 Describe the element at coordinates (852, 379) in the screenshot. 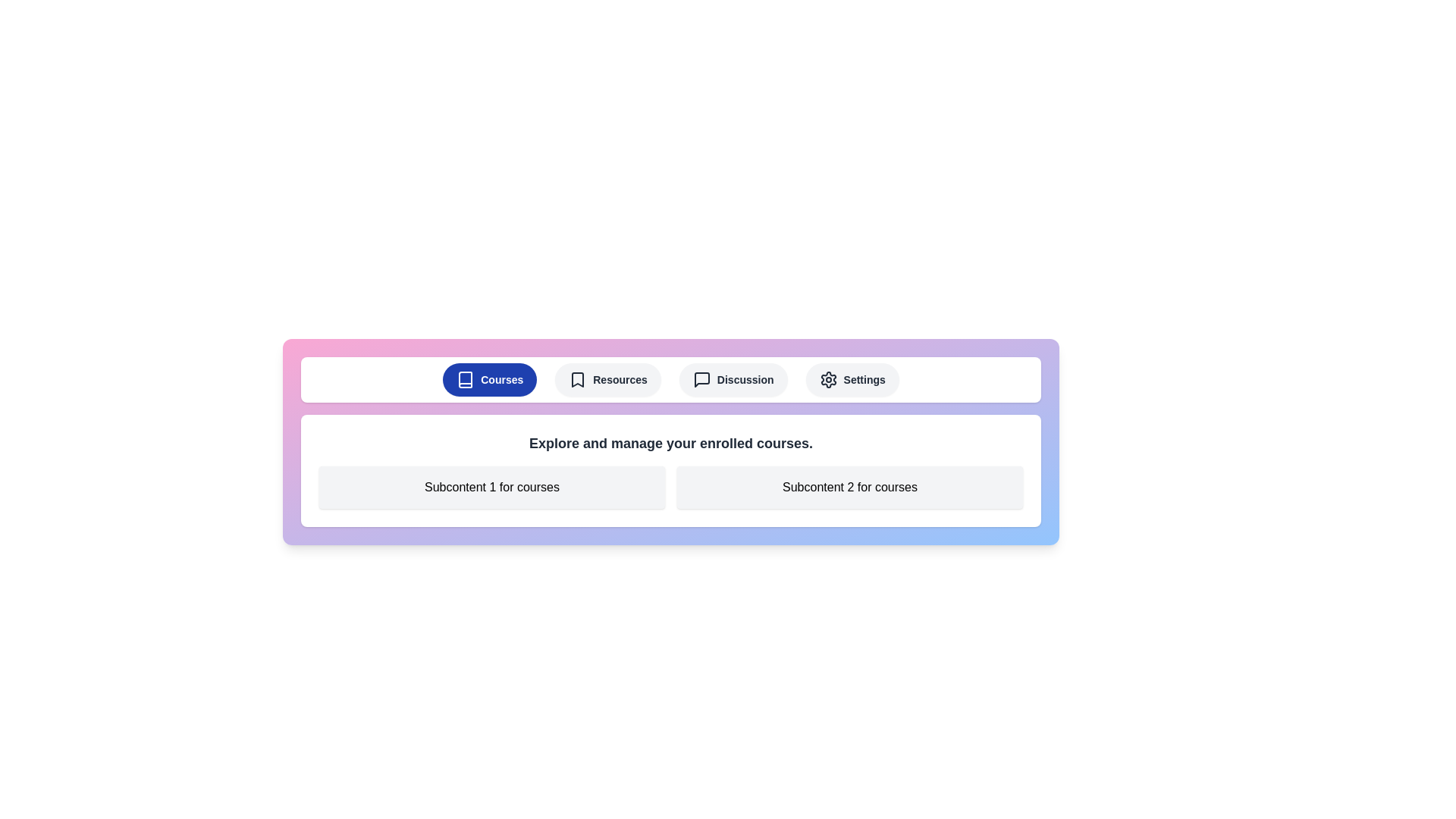

I see `the settings button, which is the fourth button from the left` at that location.